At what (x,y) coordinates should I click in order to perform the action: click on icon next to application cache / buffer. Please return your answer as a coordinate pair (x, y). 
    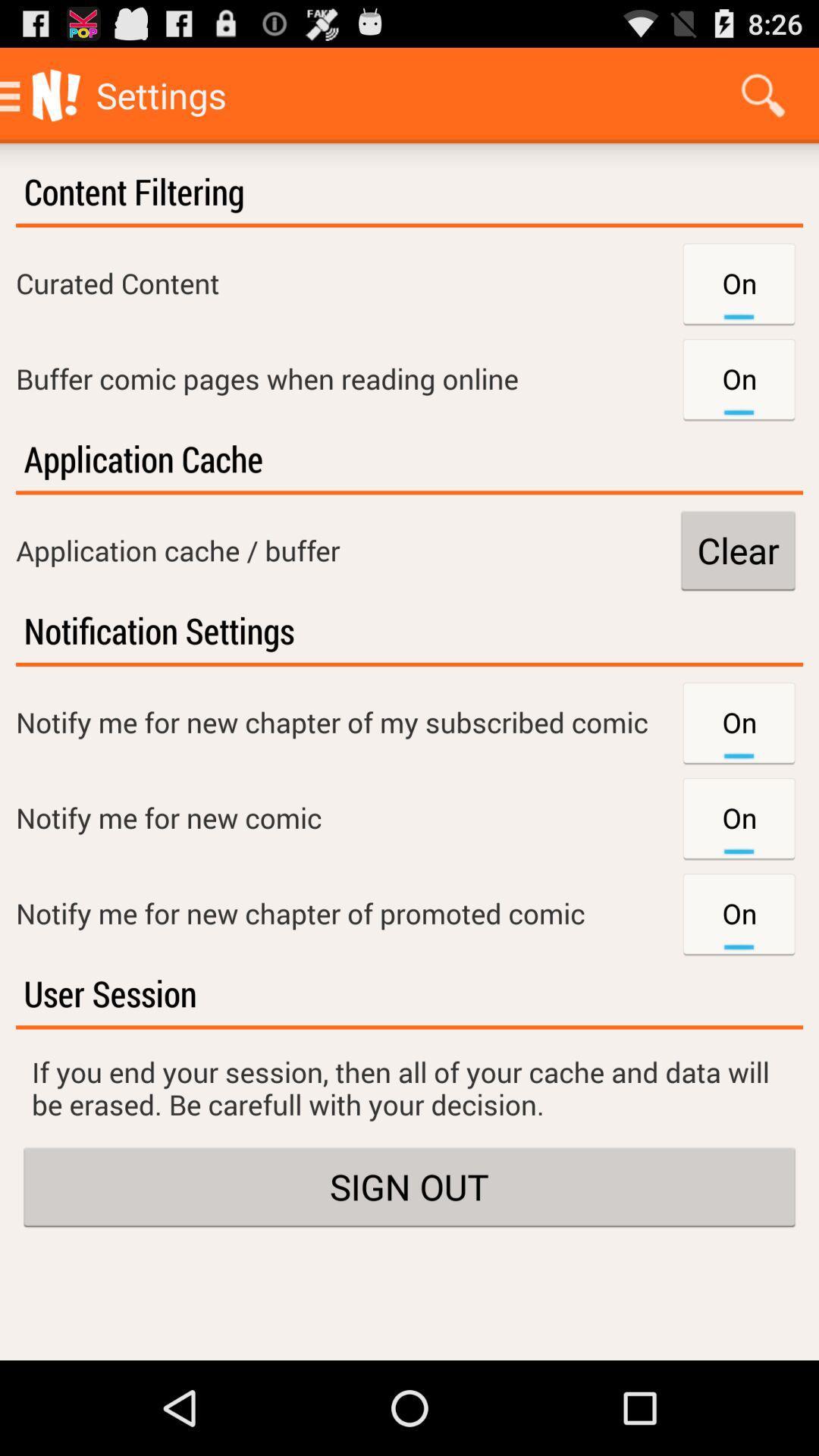
    Looking at the image, I should click on (737, 549).